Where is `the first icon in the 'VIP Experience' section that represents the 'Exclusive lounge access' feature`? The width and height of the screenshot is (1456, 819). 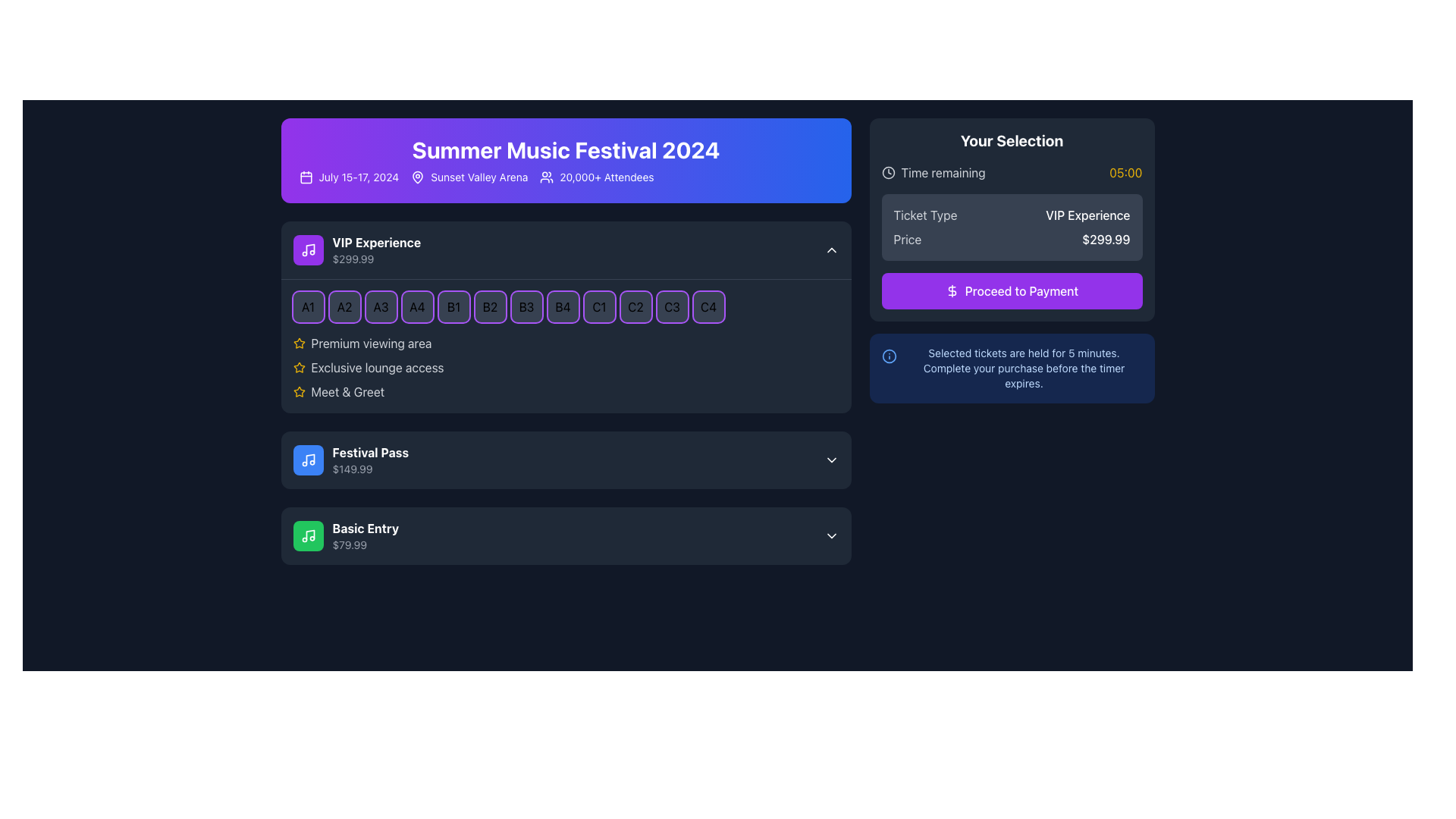 the first icon in the 'VIP Experience' section that represents the 'Exclusive lounge access' feature is located at coordinates (299, 368).